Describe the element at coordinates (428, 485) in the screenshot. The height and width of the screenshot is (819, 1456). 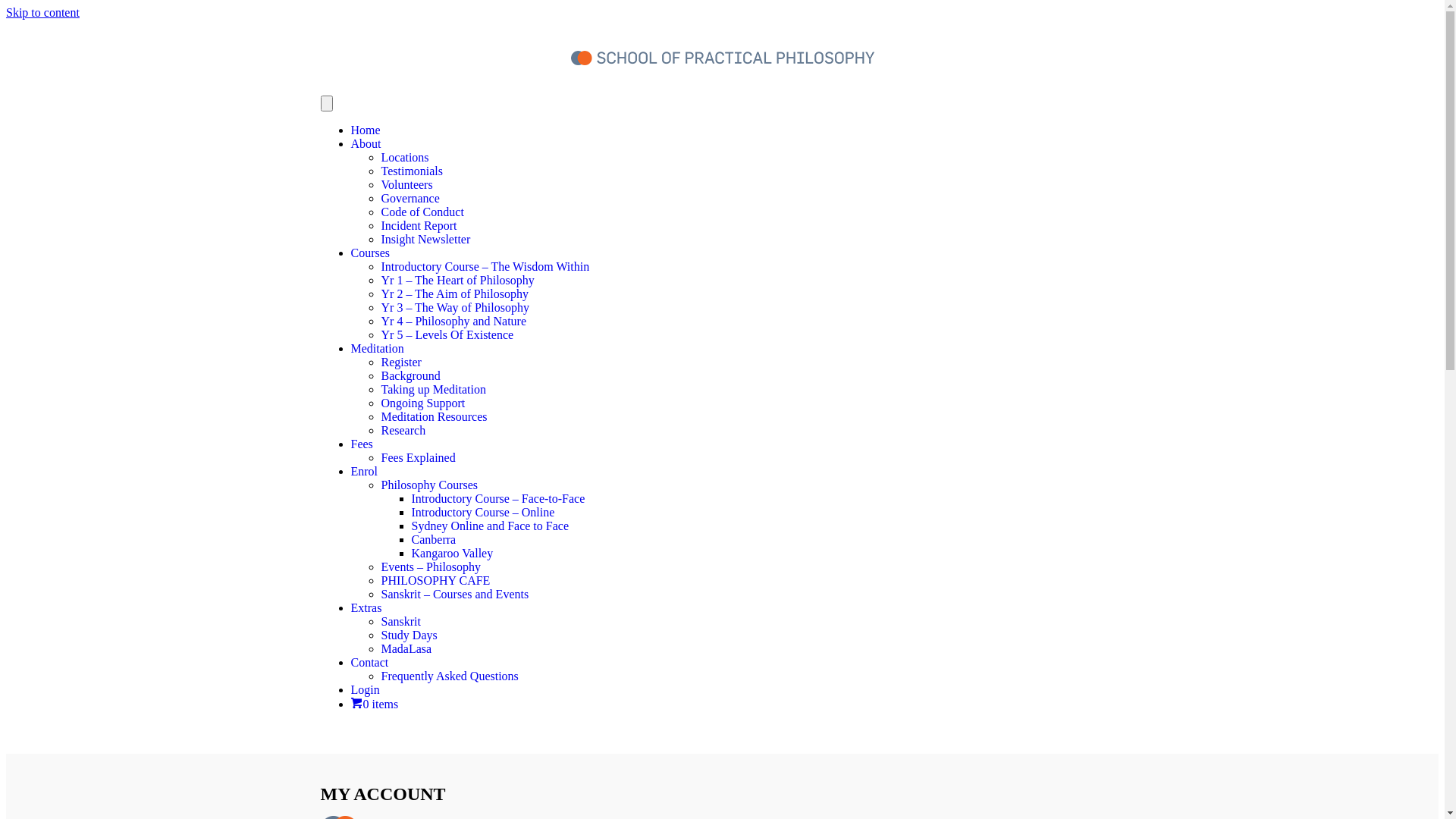
I see `'Philosophy Courses'` at that location.